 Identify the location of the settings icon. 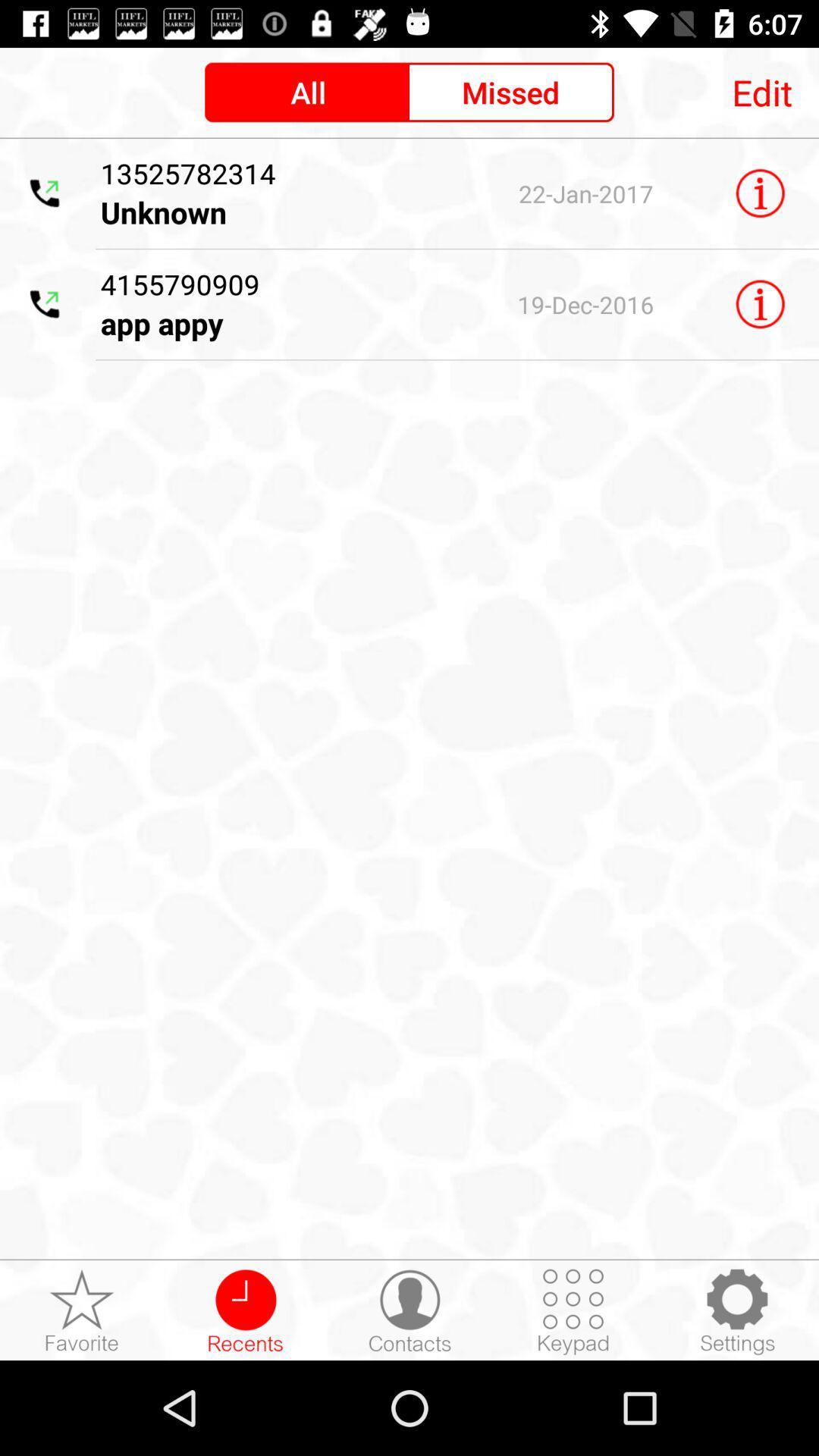
(736, 1310).